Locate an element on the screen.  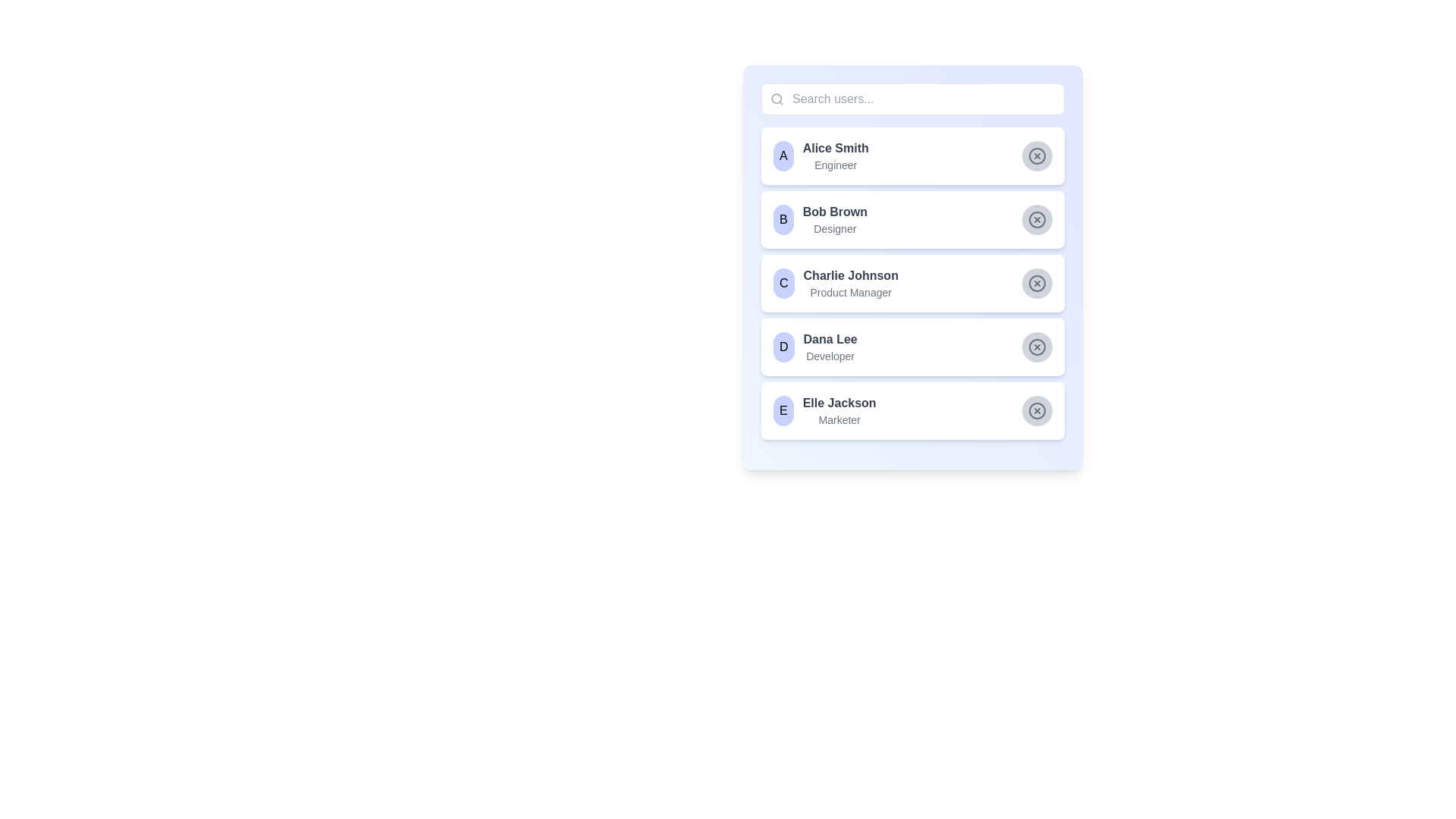
static text element displaying the name and role of the user (Elle Jackson, Marketer) located at the bottom-most entry of the user list is located at coordinates (839, 411).